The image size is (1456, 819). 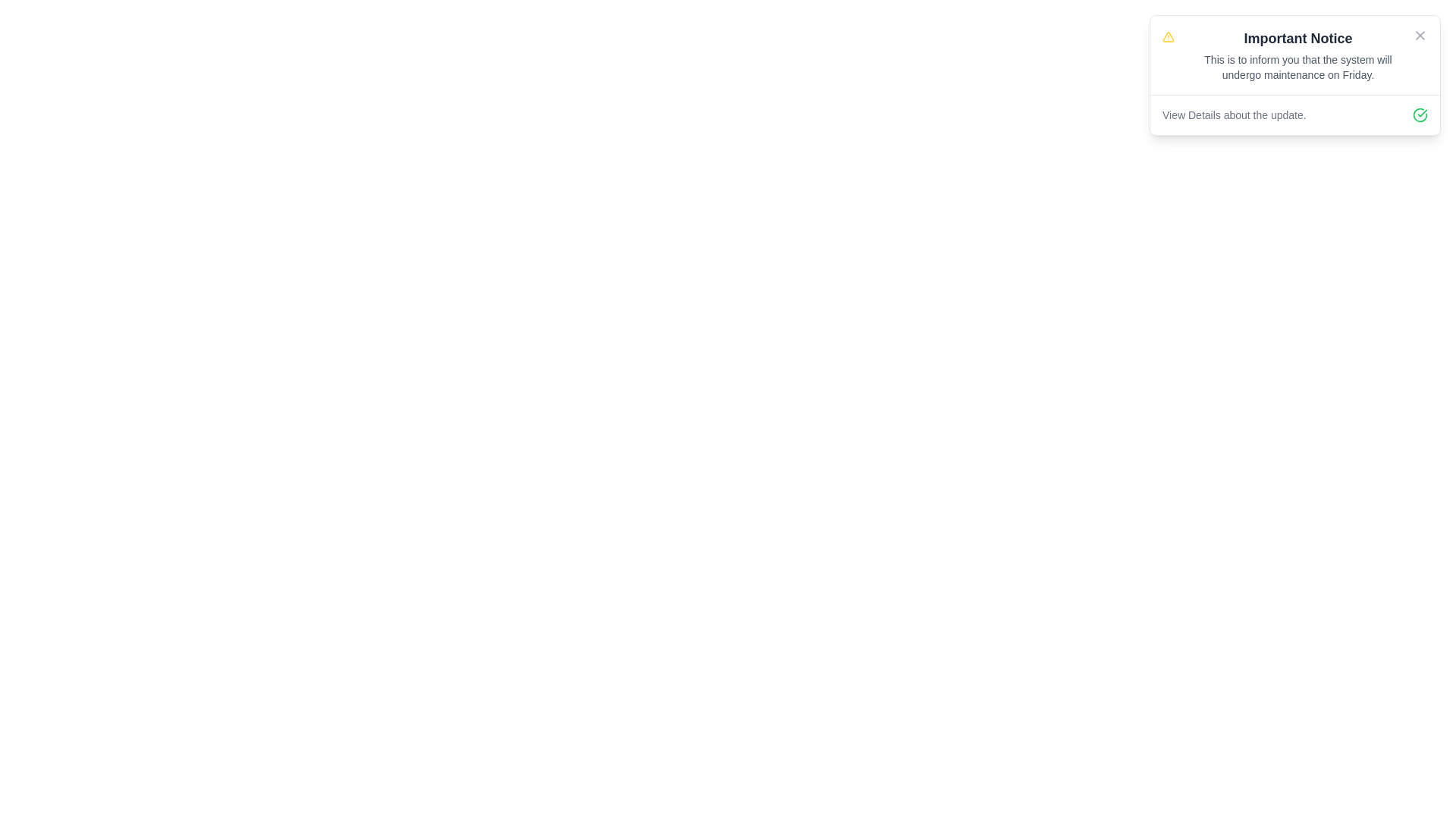 I want to click on the text block that states 'This is to inform you that the system will undergo maintenance on Friday.' located below the 'Important Notice' title, so click(x=1298, y=66).